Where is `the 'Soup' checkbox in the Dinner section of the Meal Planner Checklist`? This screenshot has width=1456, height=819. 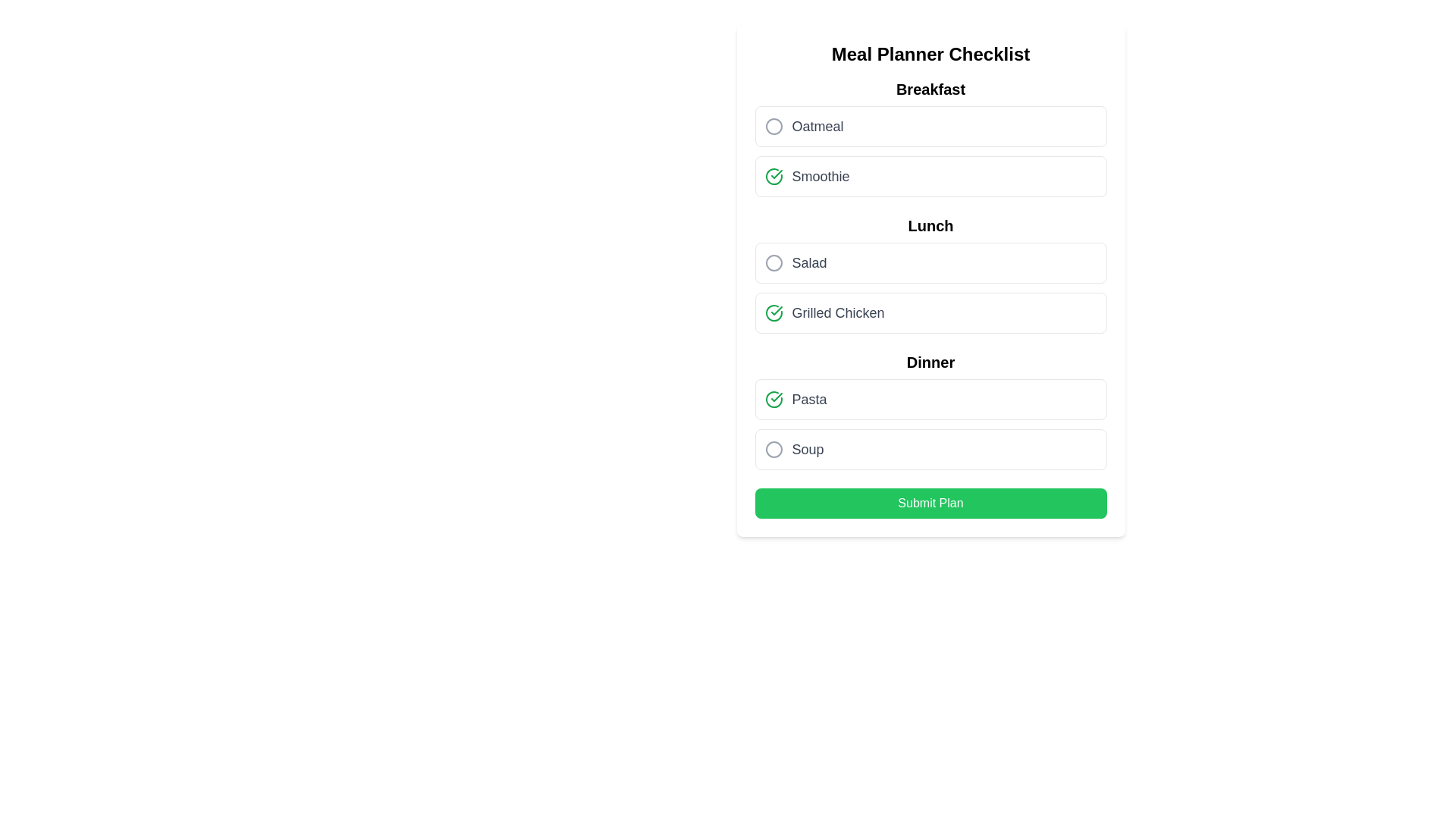
the 'Soup' checkbox in the Dinner section of the Meal Planner Checklist is located at coordinates (930, 449).